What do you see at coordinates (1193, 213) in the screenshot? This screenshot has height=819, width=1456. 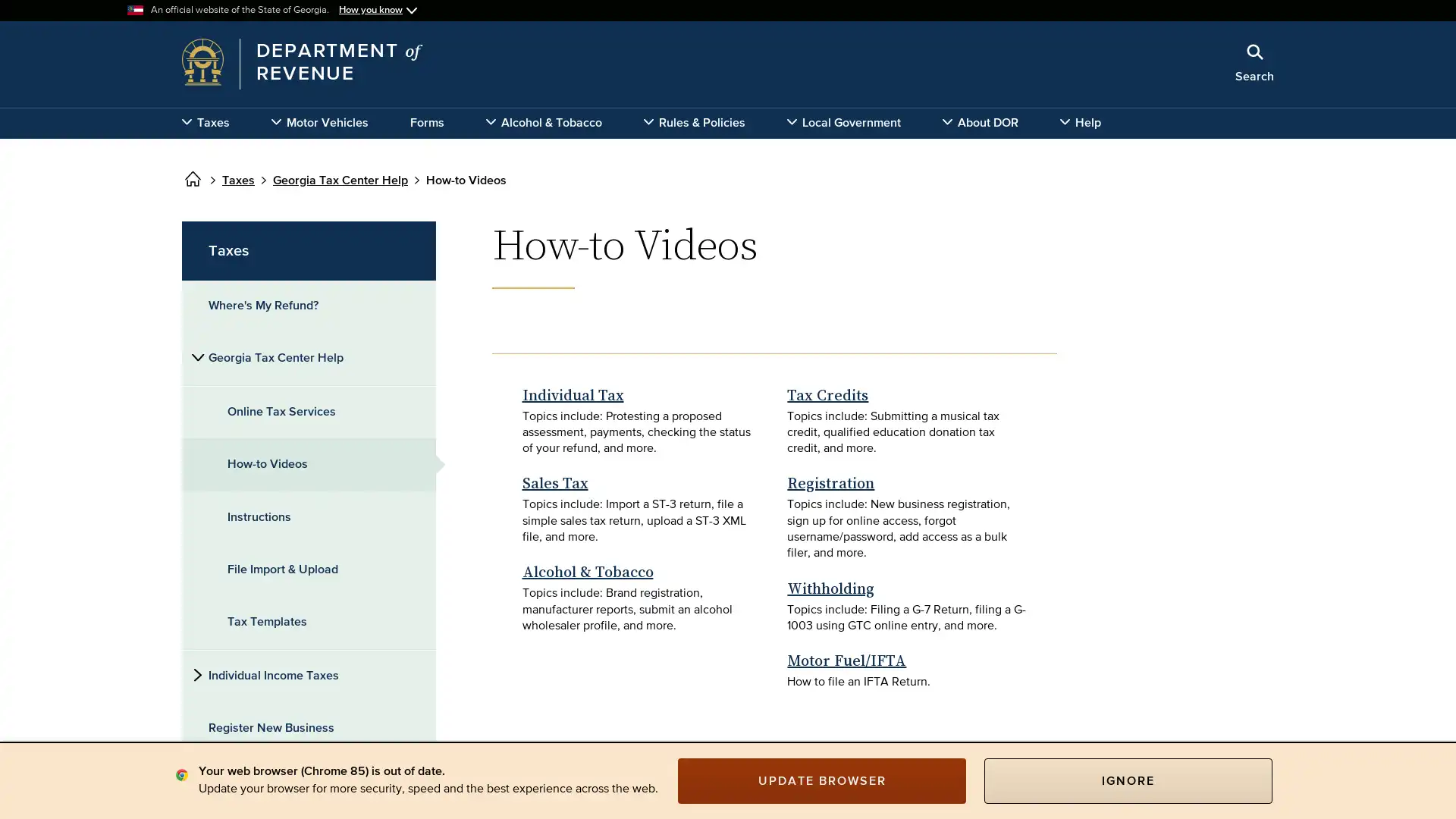 I see `Search` at bounding box center [1193, 213].